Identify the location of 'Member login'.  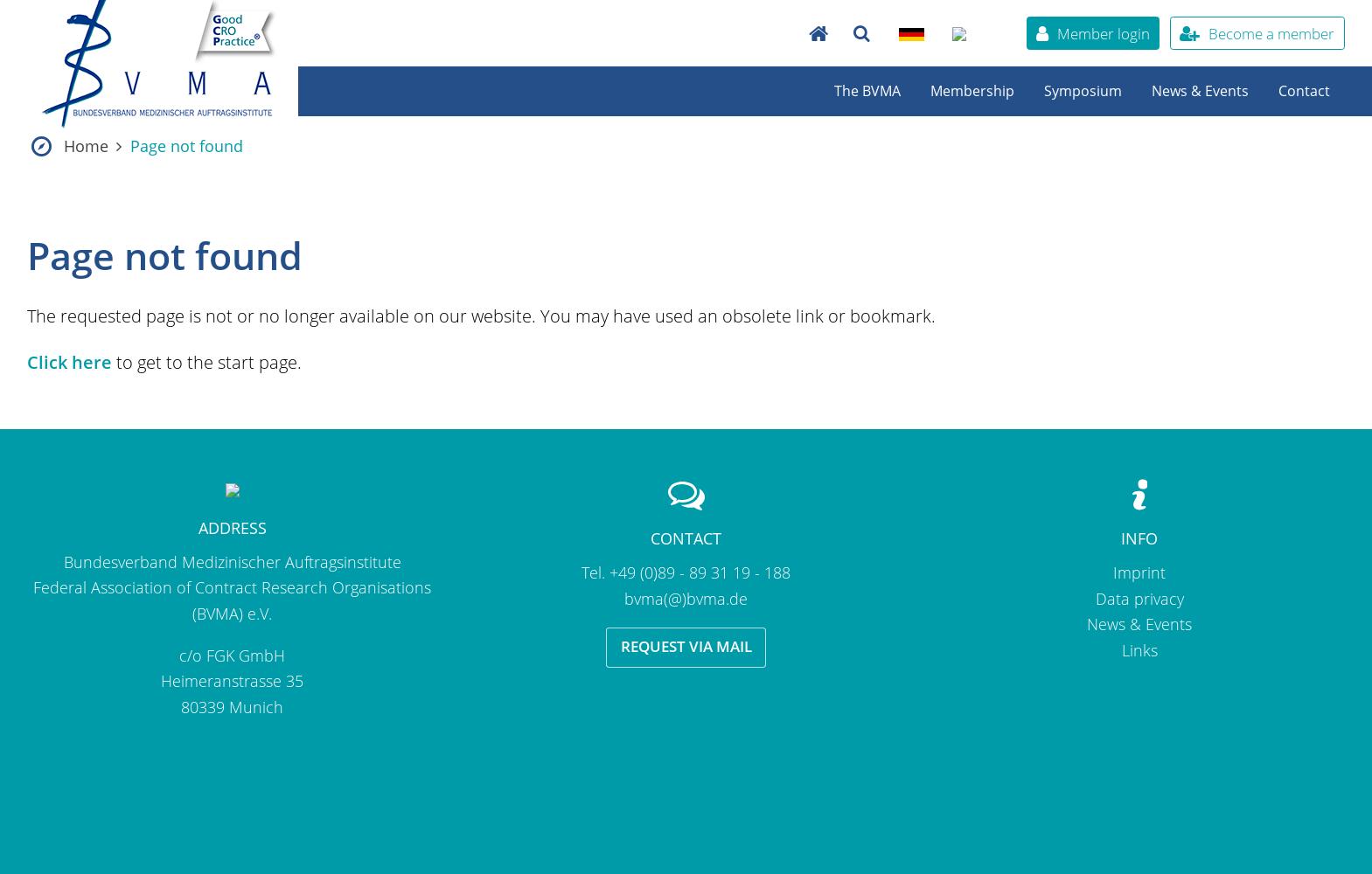
(1103, 32).